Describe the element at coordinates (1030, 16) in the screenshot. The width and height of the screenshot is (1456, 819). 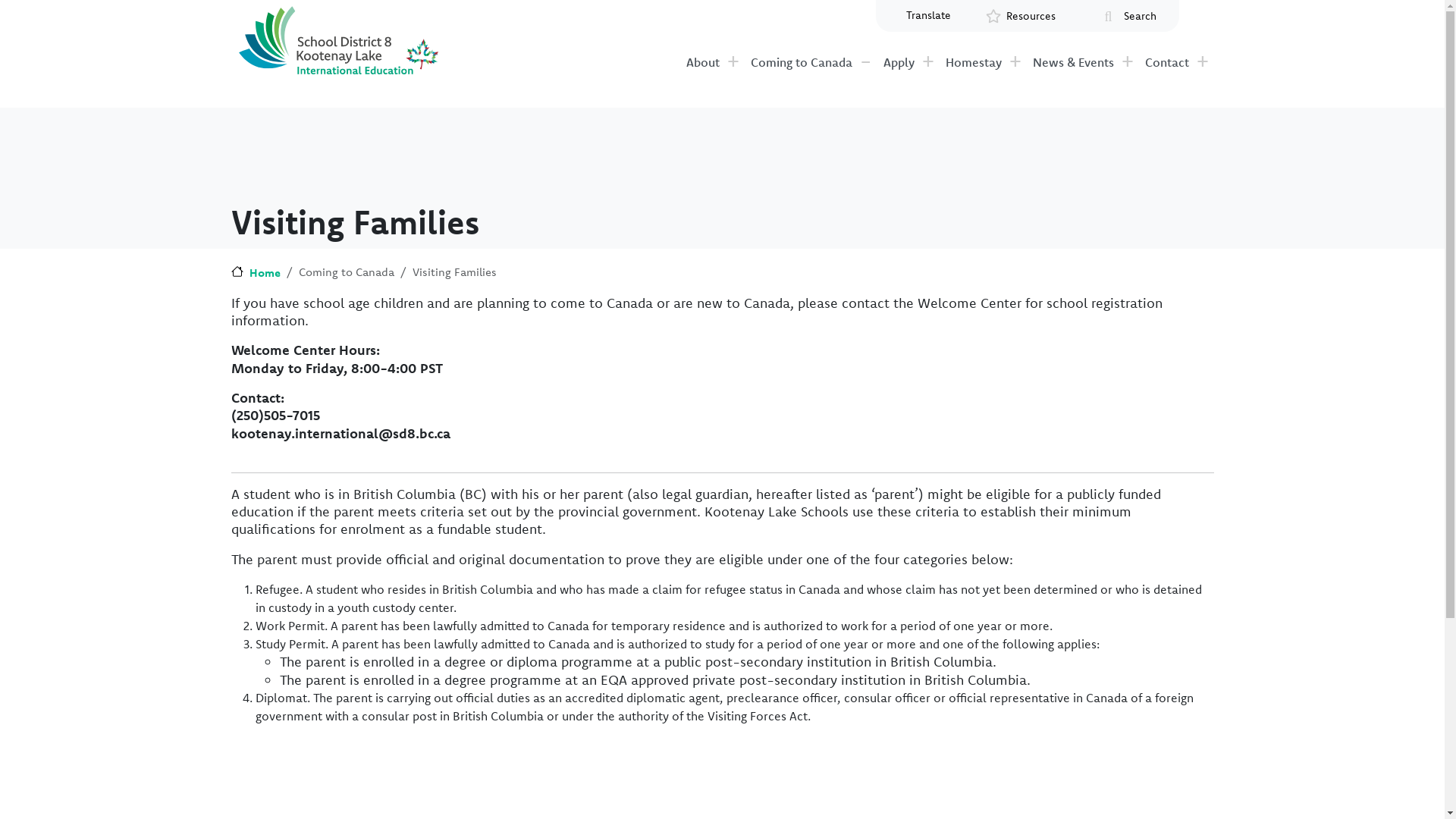
I see `'Resources'` at that location.